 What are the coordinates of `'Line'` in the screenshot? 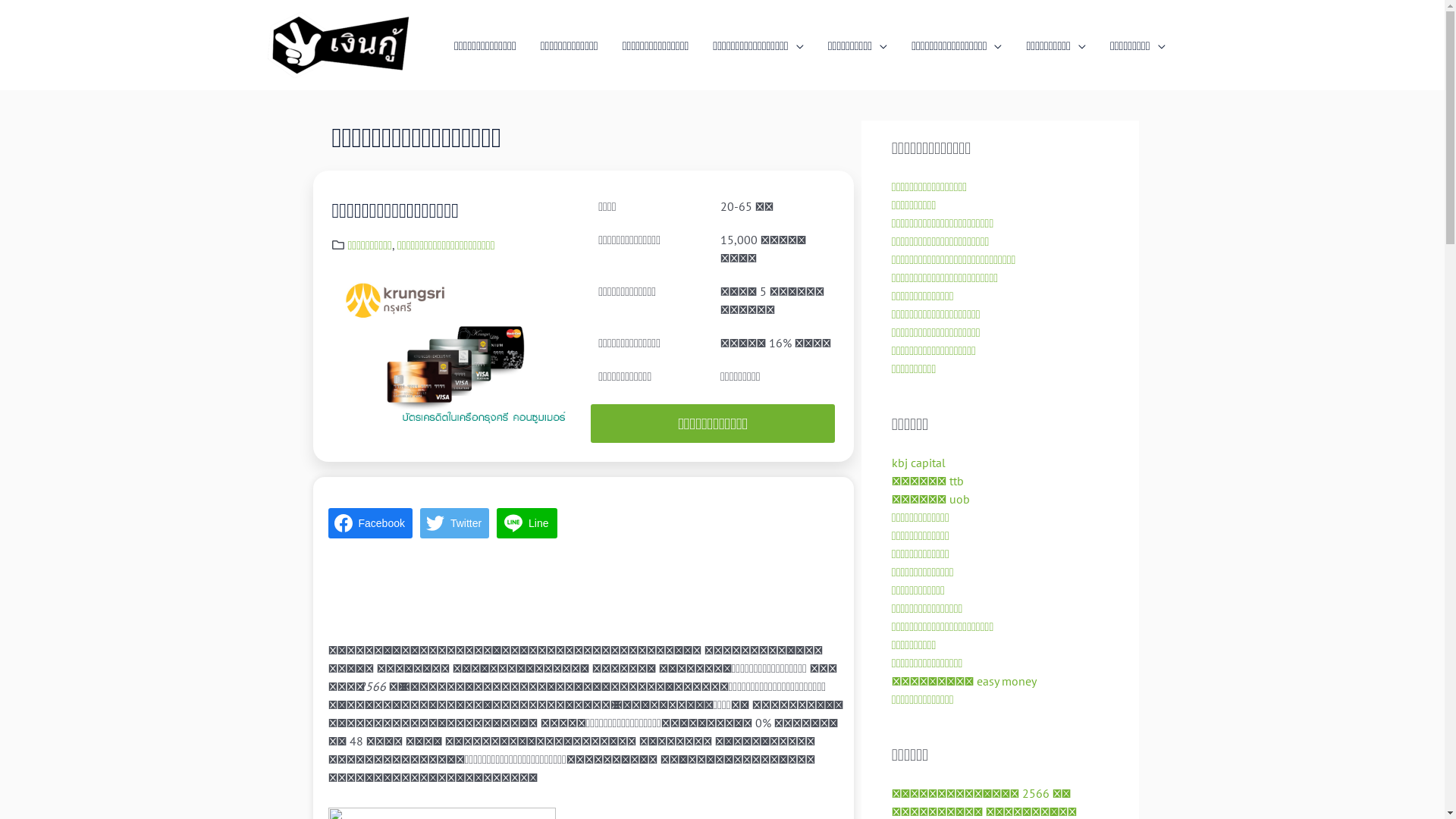 It's located at (496, 522).